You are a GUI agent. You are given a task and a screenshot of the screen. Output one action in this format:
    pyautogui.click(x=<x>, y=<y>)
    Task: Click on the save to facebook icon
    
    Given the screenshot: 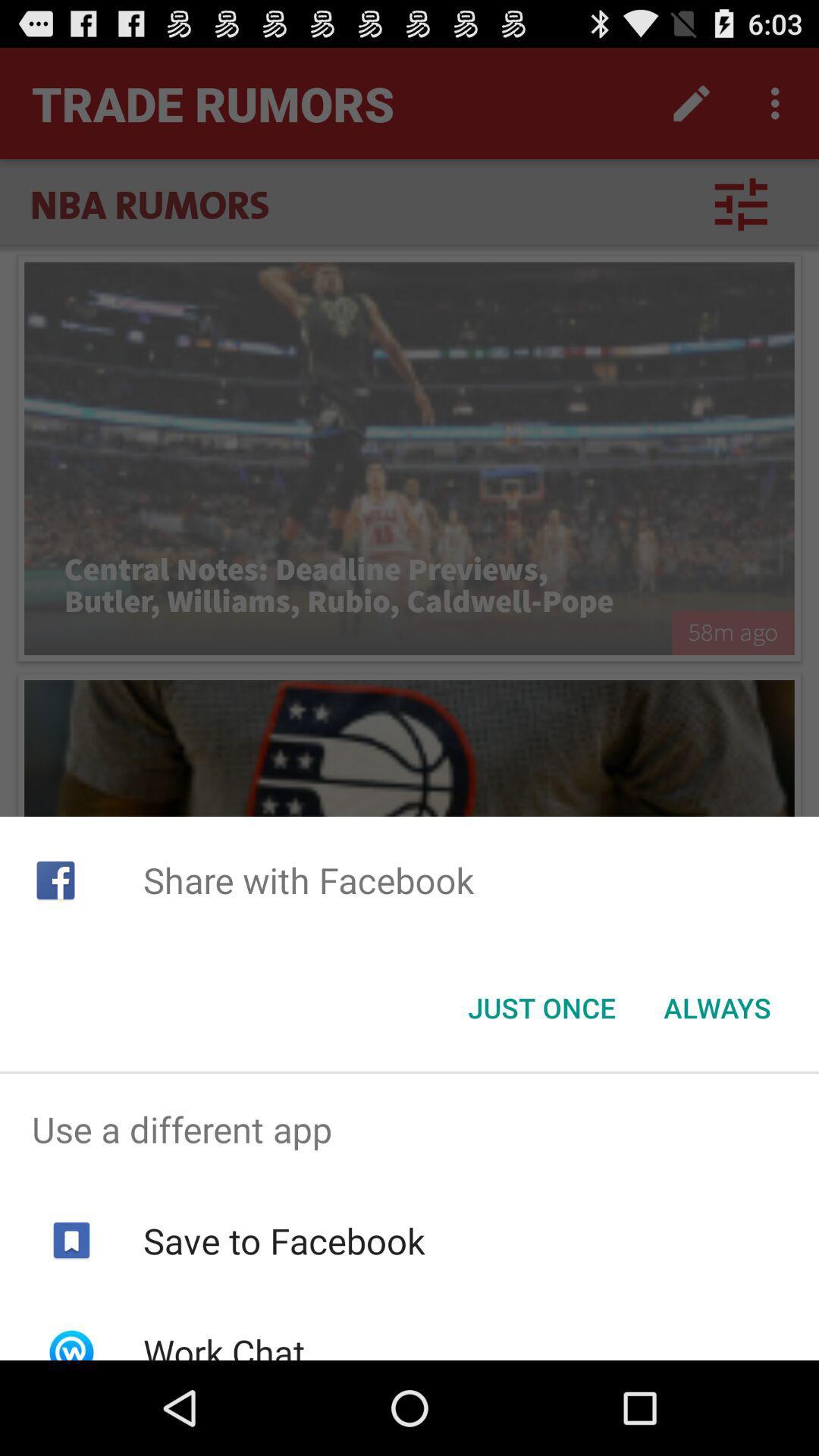 What is the action you would take?
    pyautogui.click(x=284, y=1241)
    